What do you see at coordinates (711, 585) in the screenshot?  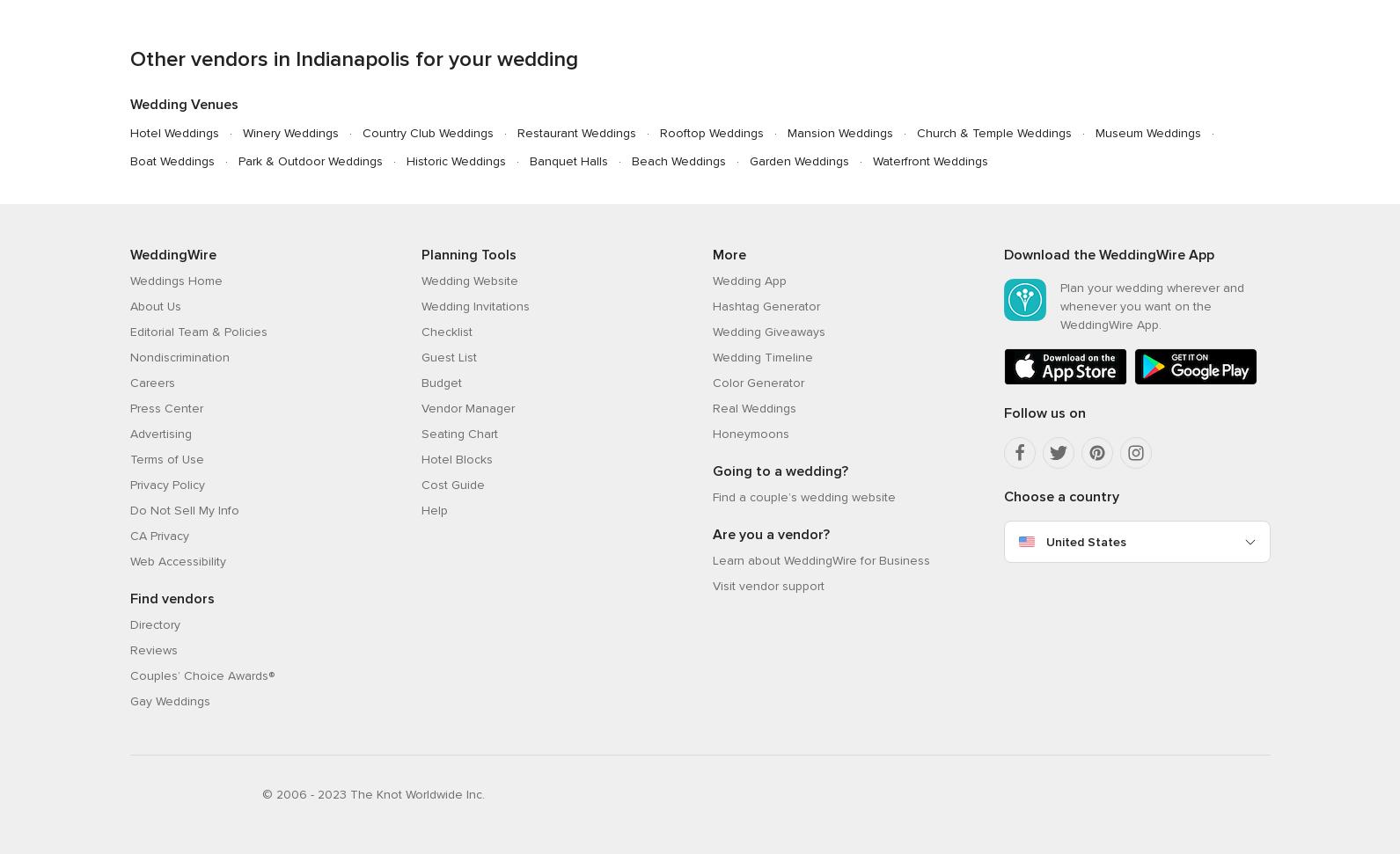 I see `'Visit vendor support'` at bounding box center [711, 585].